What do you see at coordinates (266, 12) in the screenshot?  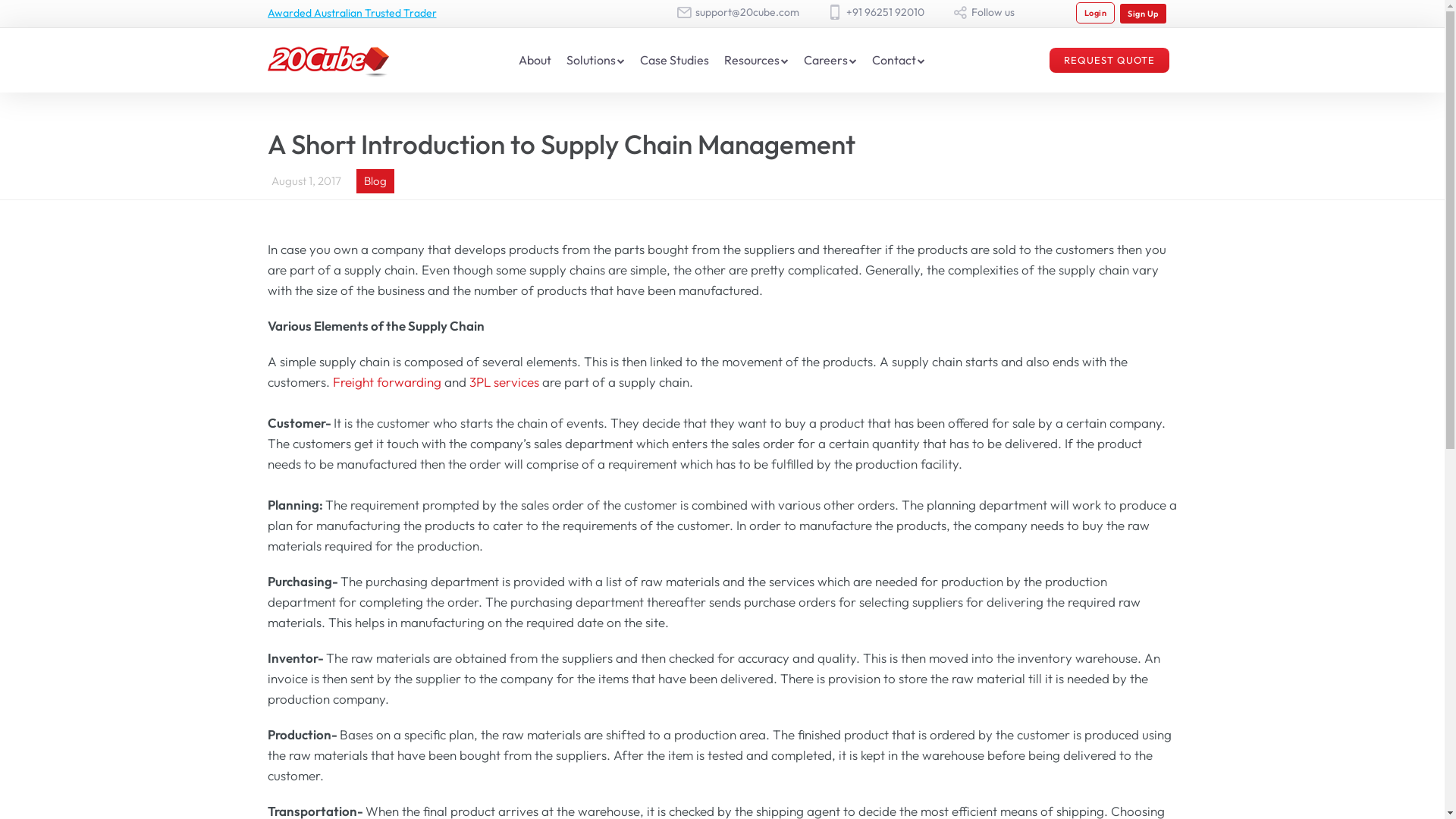 I see `'Awarded Australian Trusted Trader'` at bounding box center [266, 12].